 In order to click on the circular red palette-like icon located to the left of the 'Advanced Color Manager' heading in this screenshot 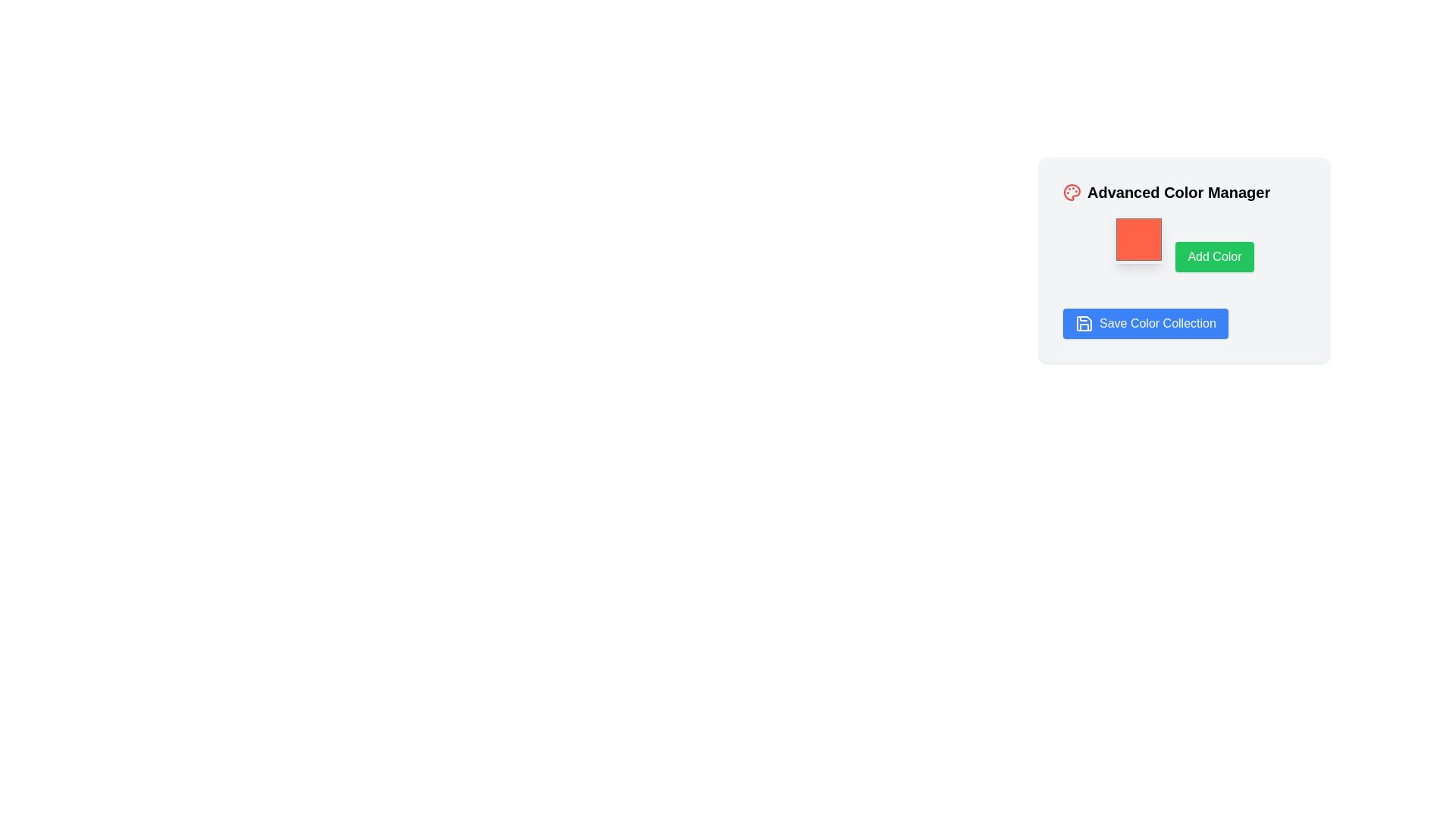, I will do `click(1072, 192)`.